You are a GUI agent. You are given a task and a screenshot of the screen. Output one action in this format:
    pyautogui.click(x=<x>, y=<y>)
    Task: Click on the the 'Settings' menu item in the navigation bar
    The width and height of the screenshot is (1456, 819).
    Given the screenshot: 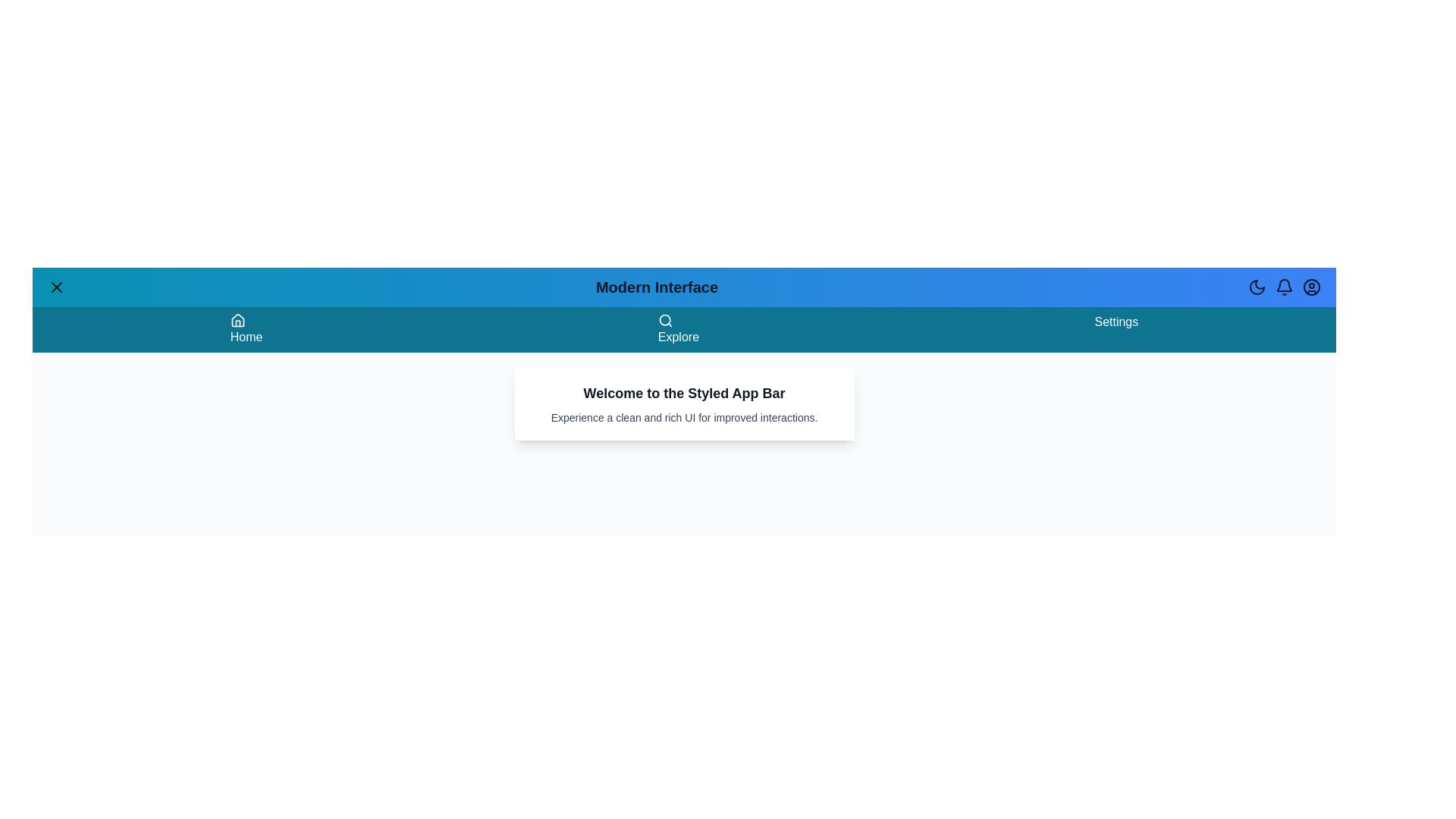 What is the action you would take?
    pyautogui.click(x=1116, y=329)
    